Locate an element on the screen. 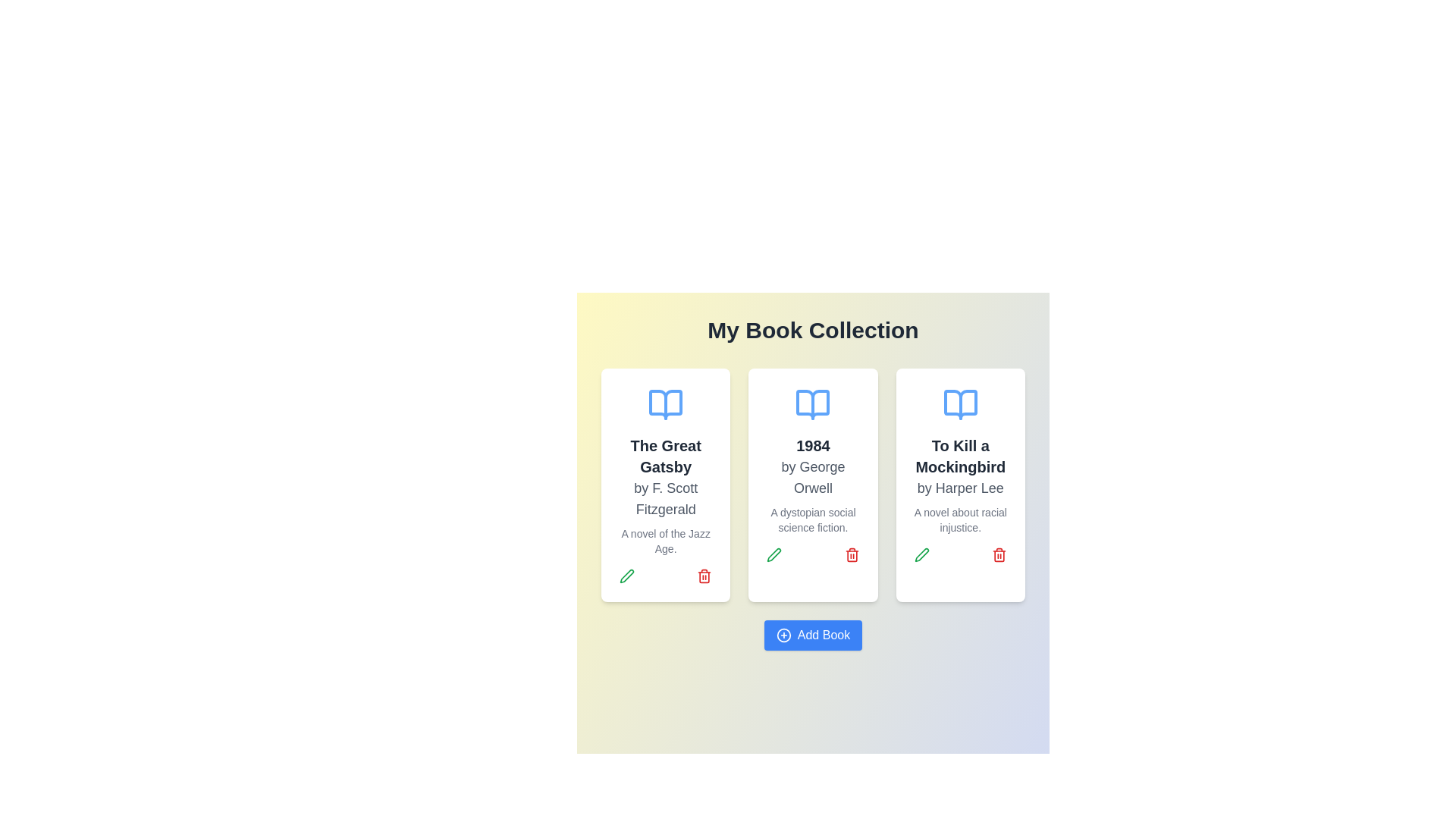 The width and height of the screenshot is (1456, 819). the static text element that provides a brief descriptor for the book '1984' by George Orwell, located in the middle card of a three-card row layout is located at coordinates (812, 519).